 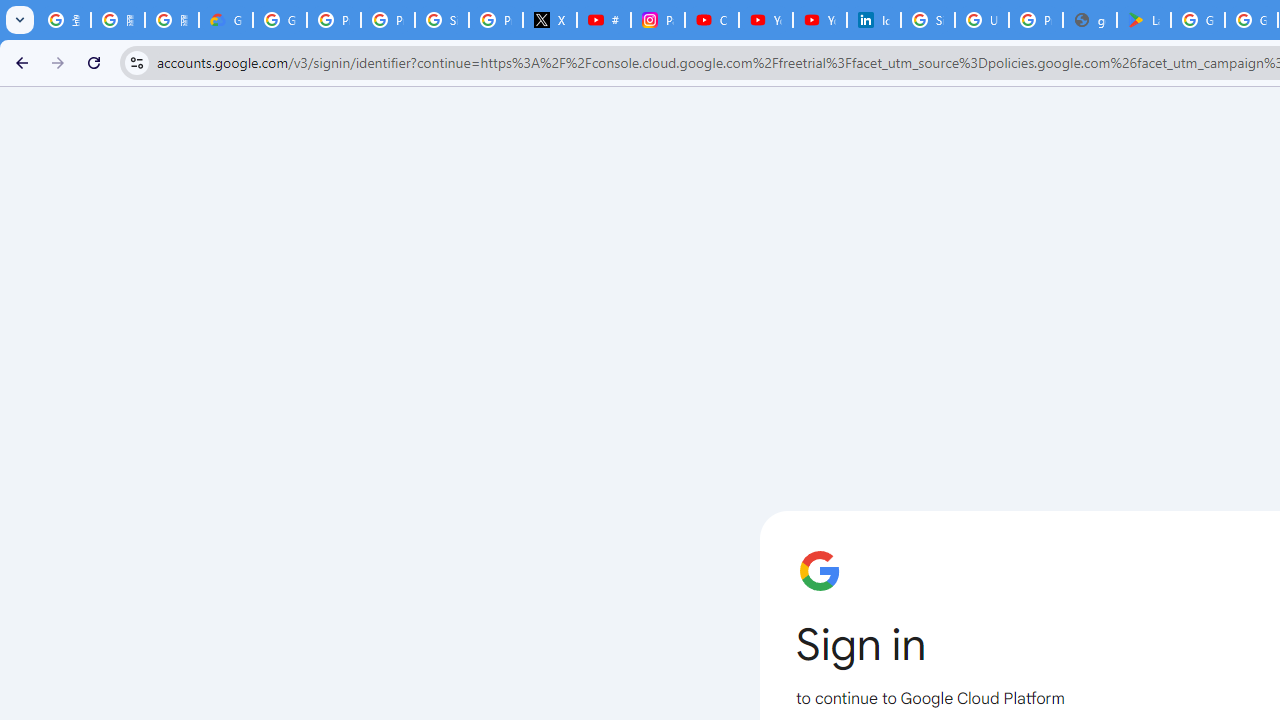 I want to click on 'google_privacy_policy_en.pdf', so click(x=1088, y=20).